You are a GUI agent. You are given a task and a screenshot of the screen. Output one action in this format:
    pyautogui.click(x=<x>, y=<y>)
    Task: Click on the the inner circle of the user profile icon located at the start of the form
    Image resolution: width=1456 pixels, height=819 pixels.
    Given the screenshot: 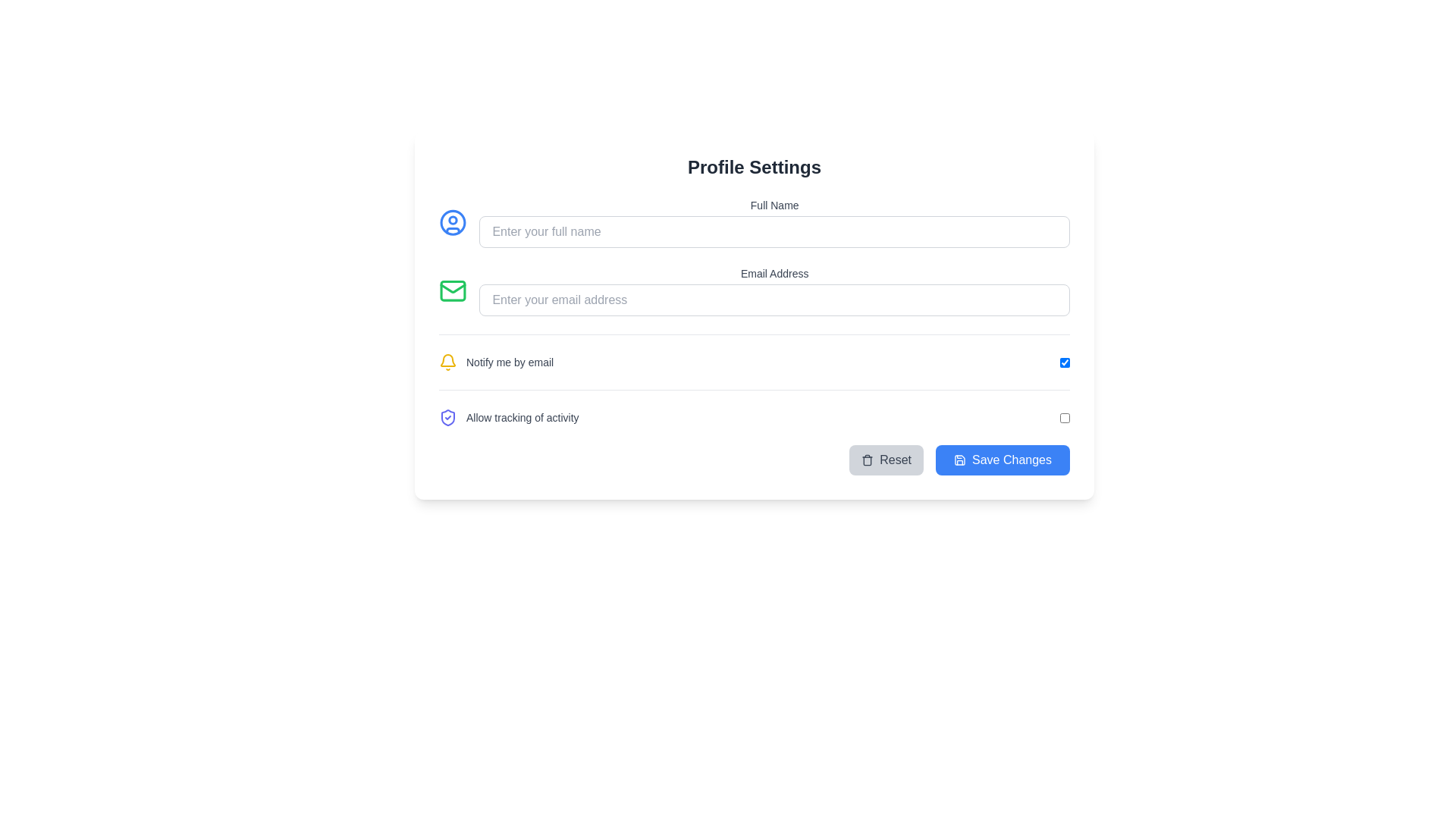 What is the action you would take?
    pyautogui.click(x=452, y=222)
    